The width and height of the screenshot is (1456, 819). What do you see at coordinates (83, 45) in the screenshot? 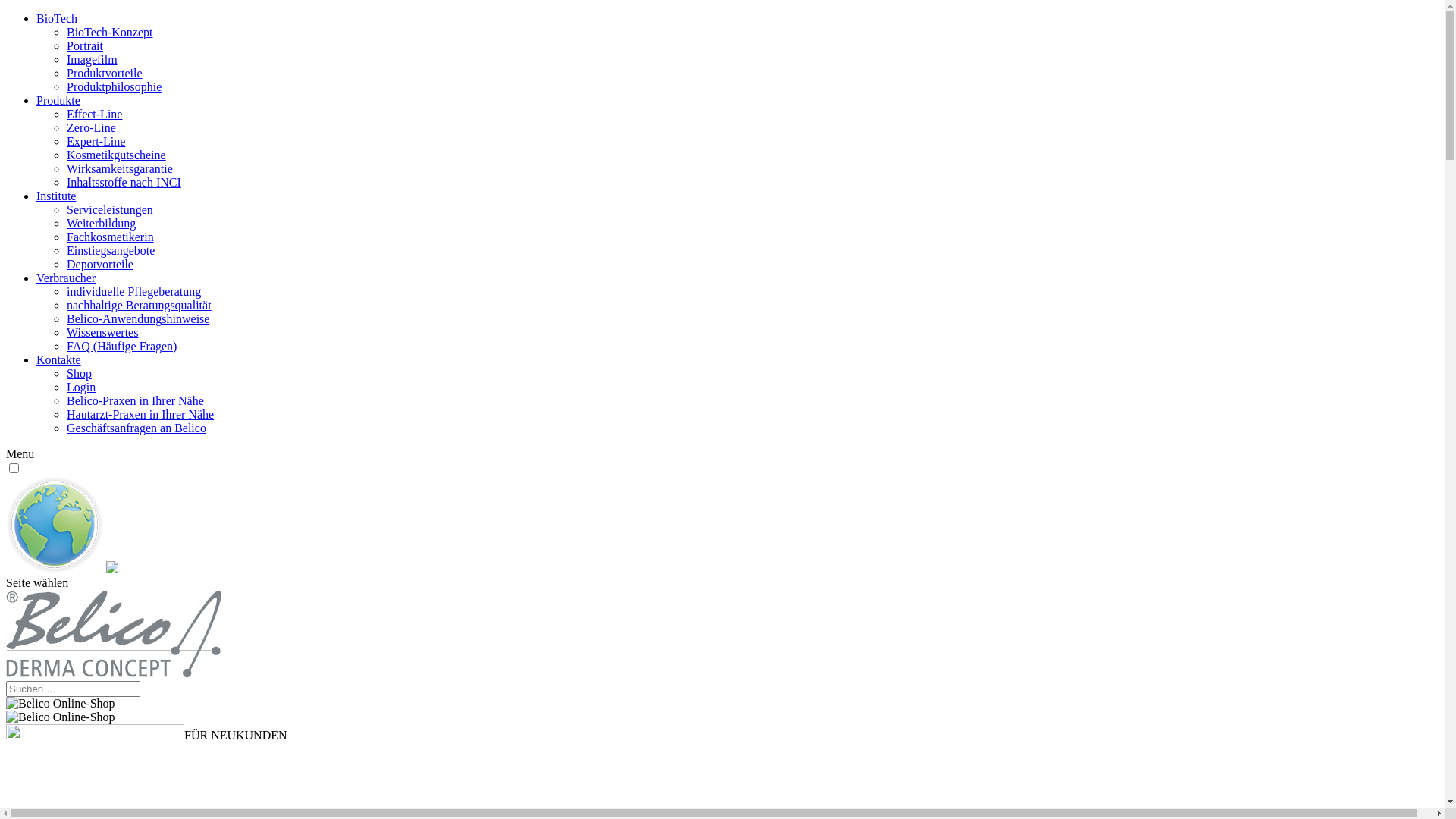
I see `'Portrait'` at bounding box center [83, 45].